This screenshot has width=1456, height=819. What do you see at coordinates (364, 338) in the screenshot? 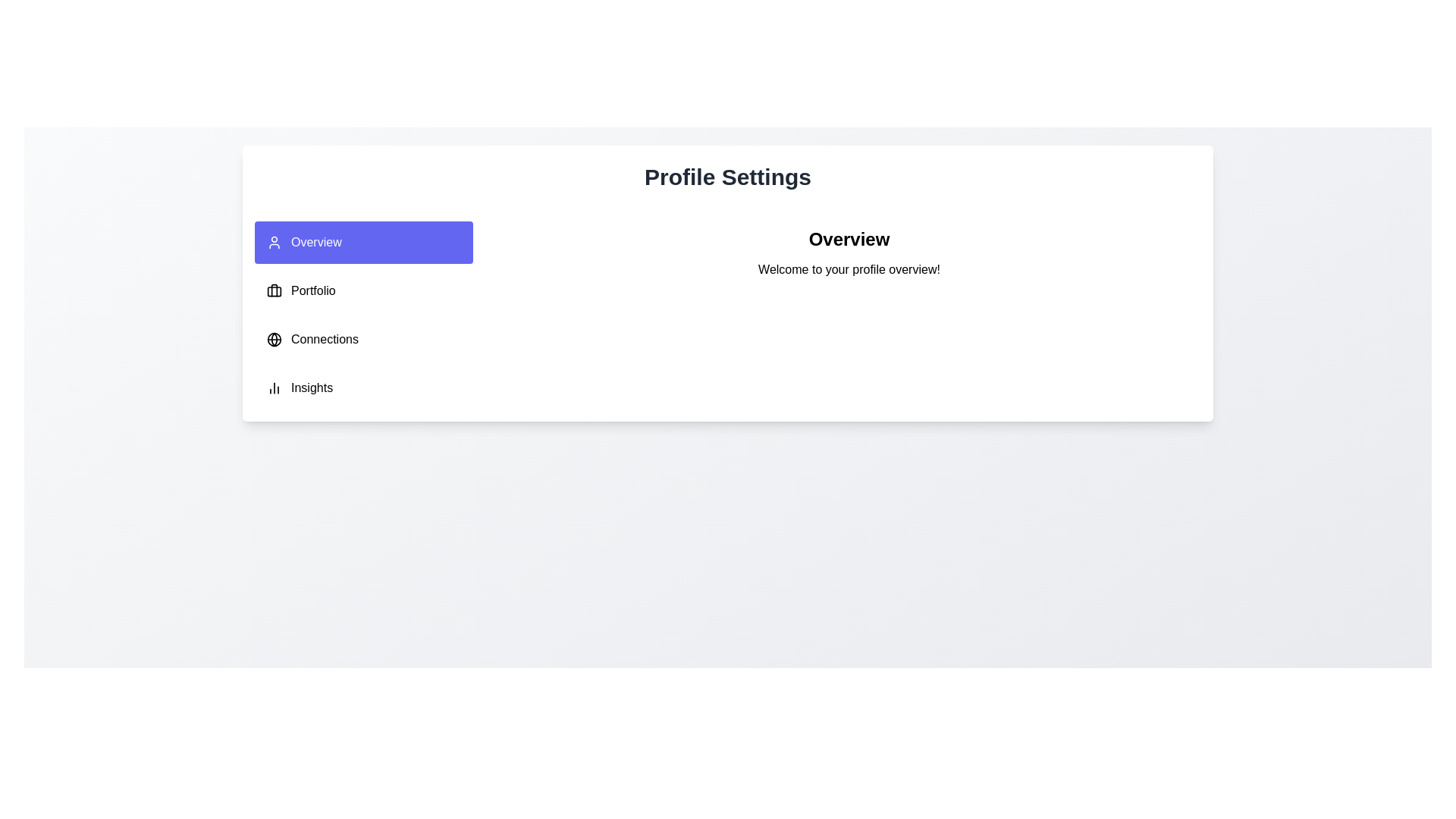
I see `the tab labeled Connections in the navigation menu` at bounding box center [364, 338].